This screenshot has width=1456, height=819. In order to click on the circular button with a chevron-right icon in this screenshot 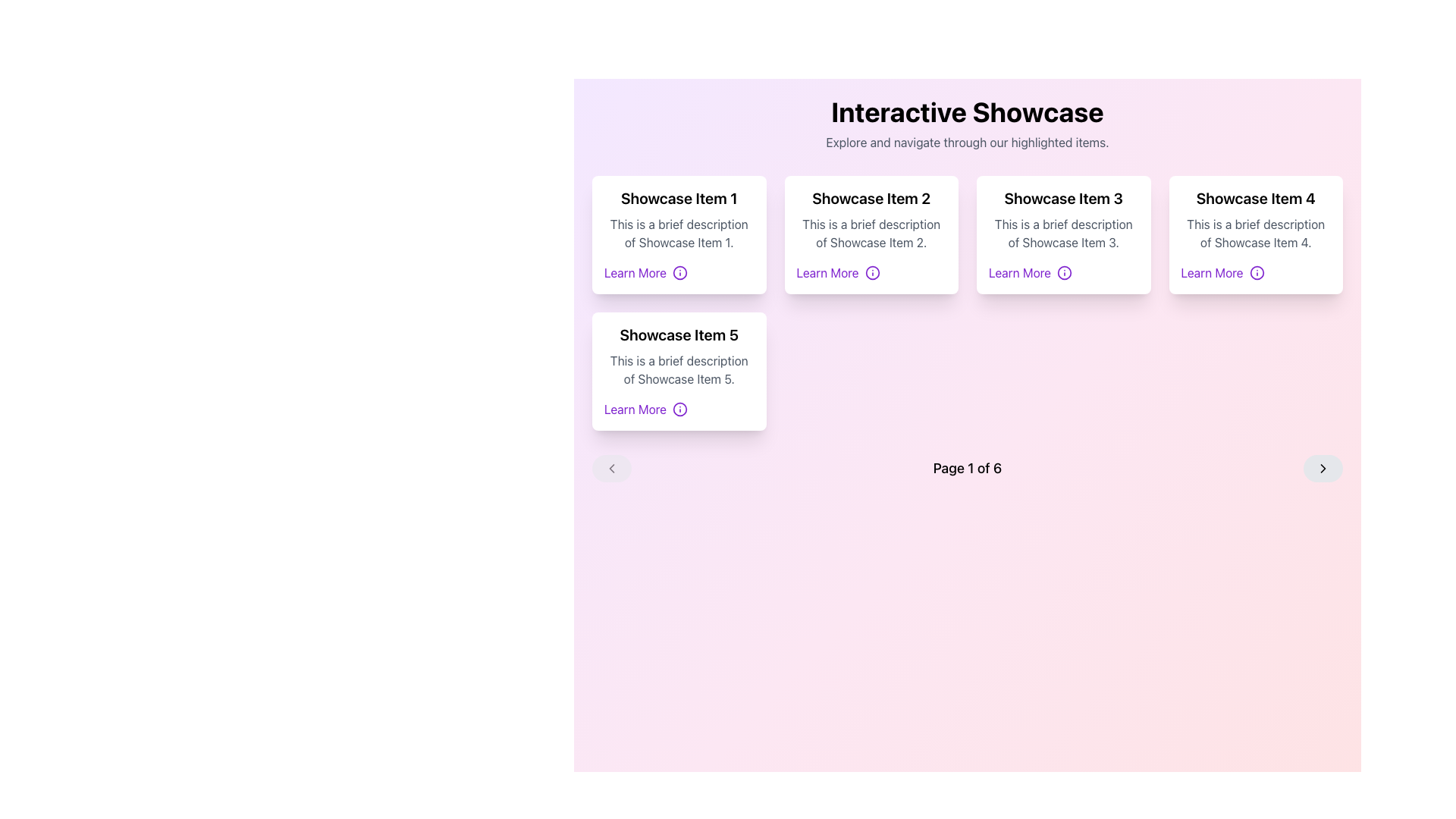, I will do `click(1322, 467)`.